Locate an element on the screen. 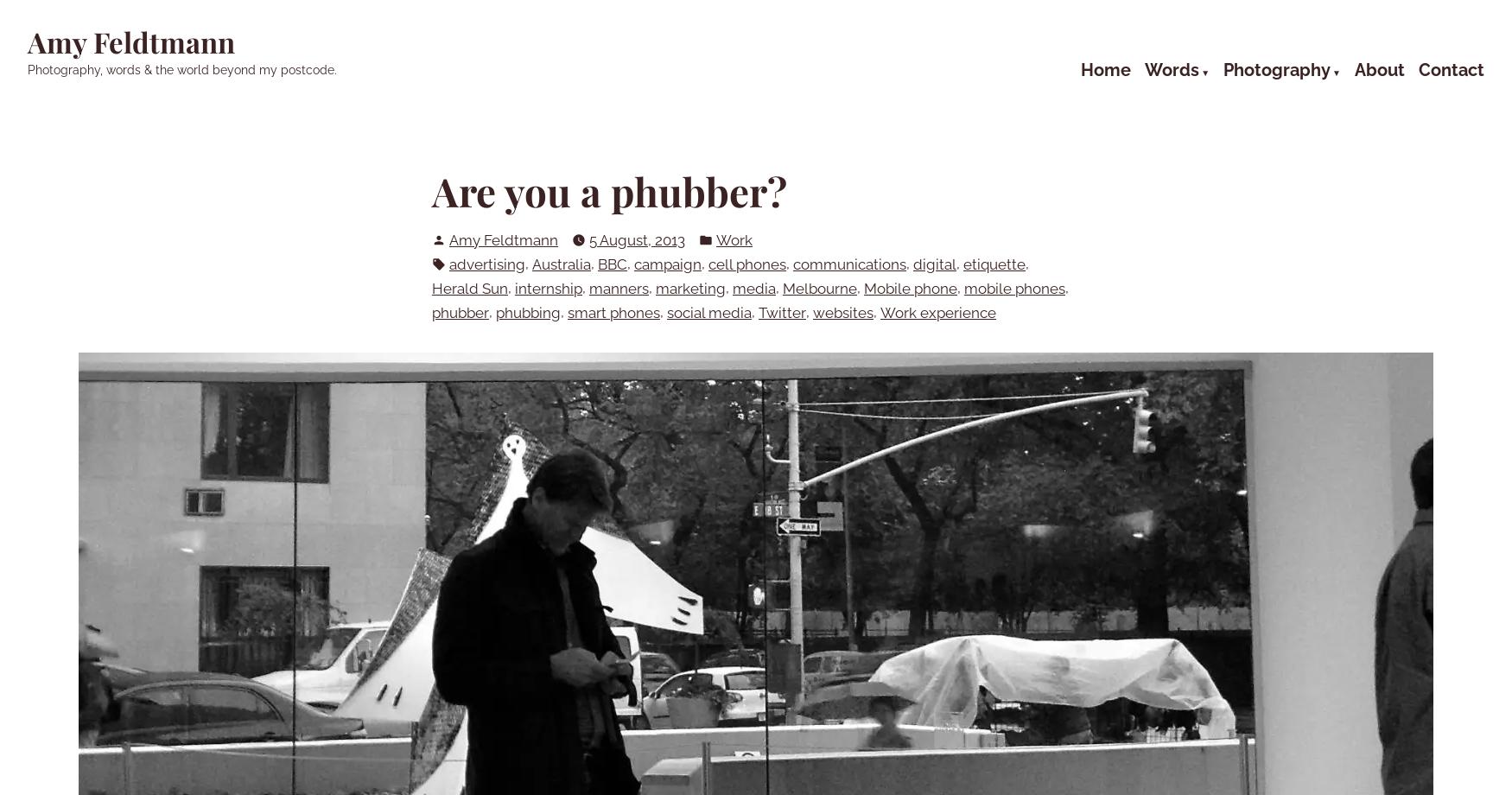 The height and width of the screenshot is (795, 1512). 'internship' is located at coordinates (548, 288).